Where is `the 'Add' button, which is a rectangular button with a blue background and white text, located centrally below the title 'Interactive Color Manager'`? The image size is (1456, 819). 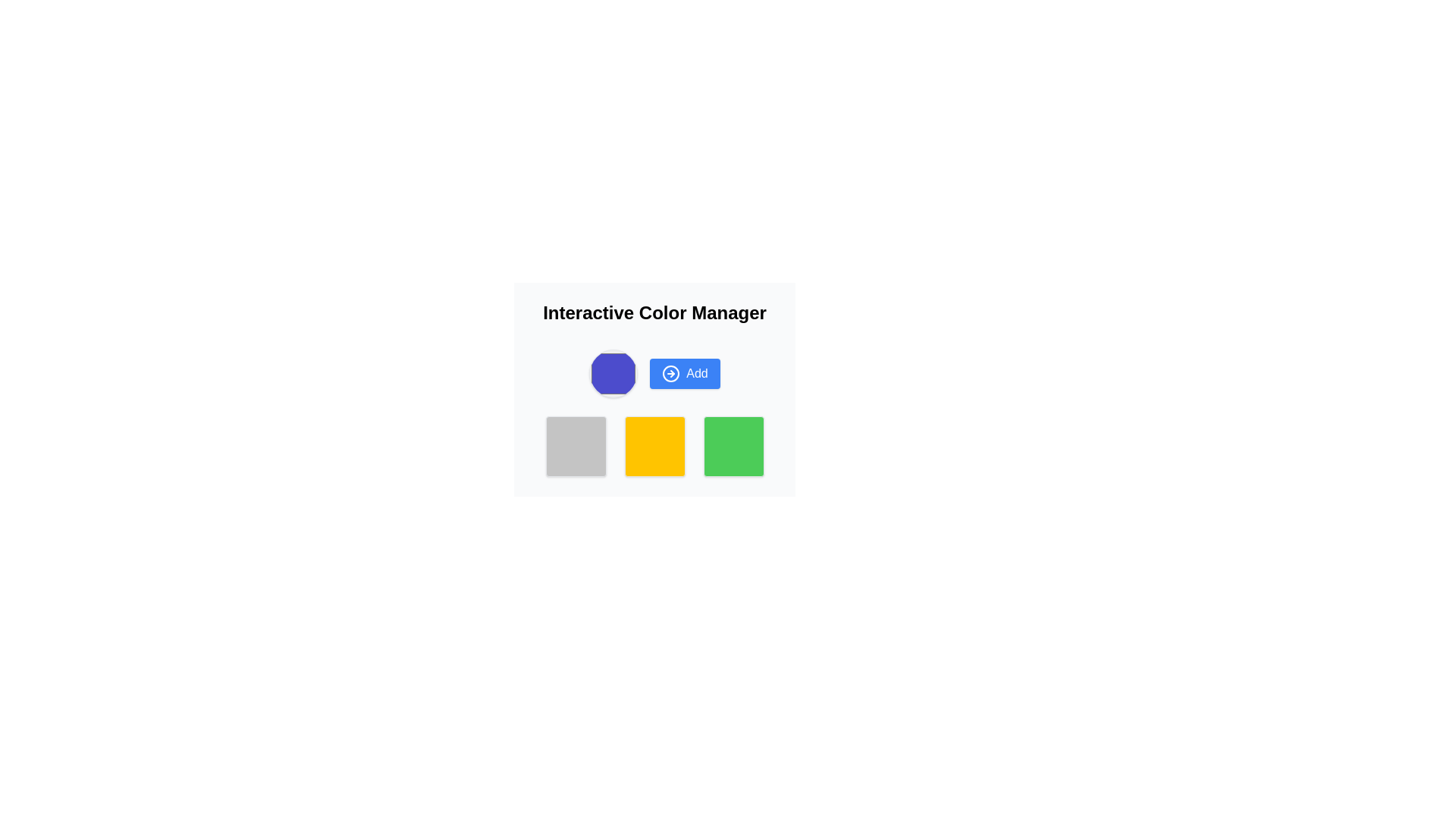
the 'Add' button, which is a rectangular button with a blue background and white text, located centrally below the title 'Interactive Color Manager' is located at coordinates (654, 379).